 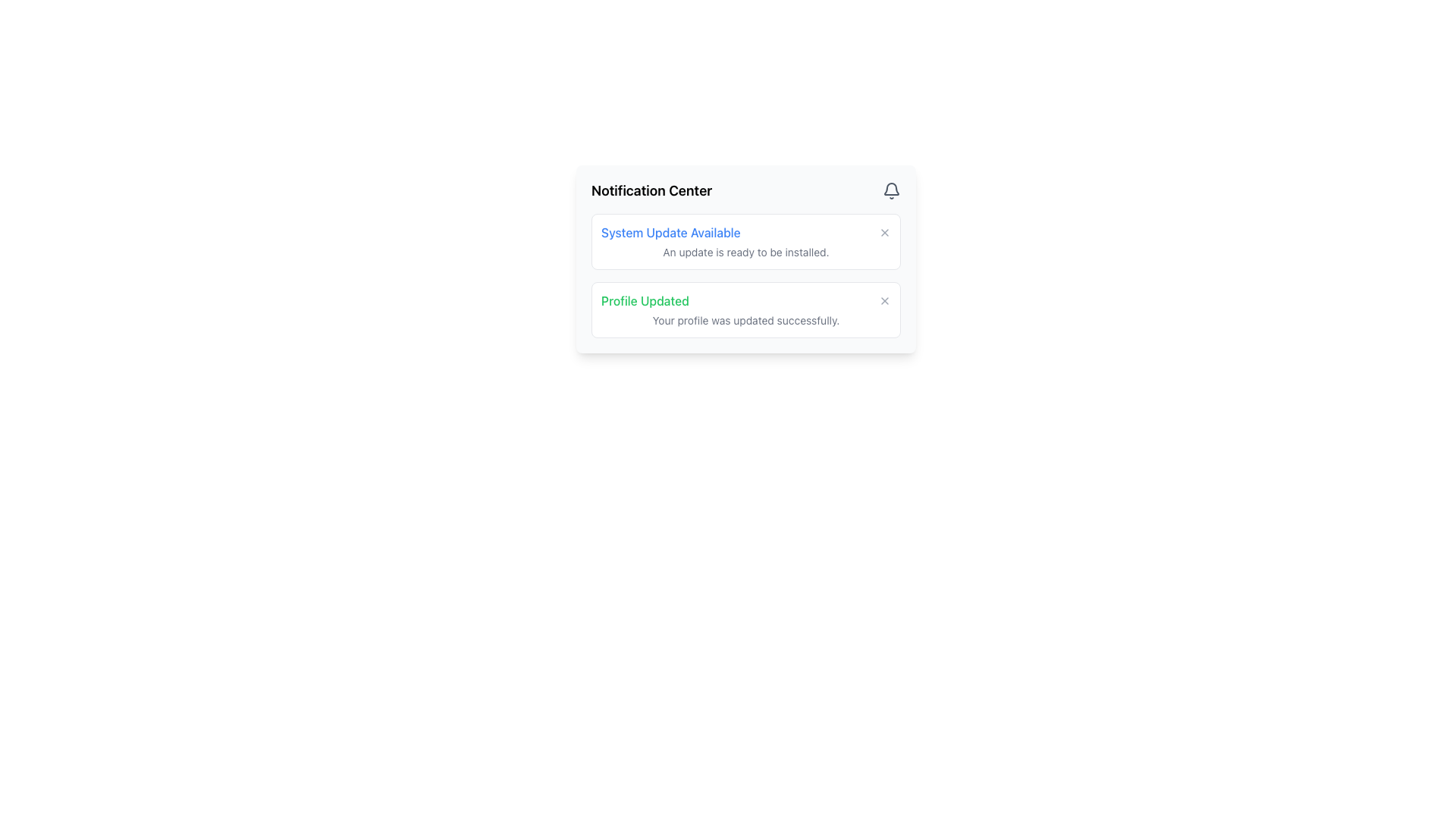 I want to click on the close button for the notification in the Notification Center, so click(x=884, y=233).